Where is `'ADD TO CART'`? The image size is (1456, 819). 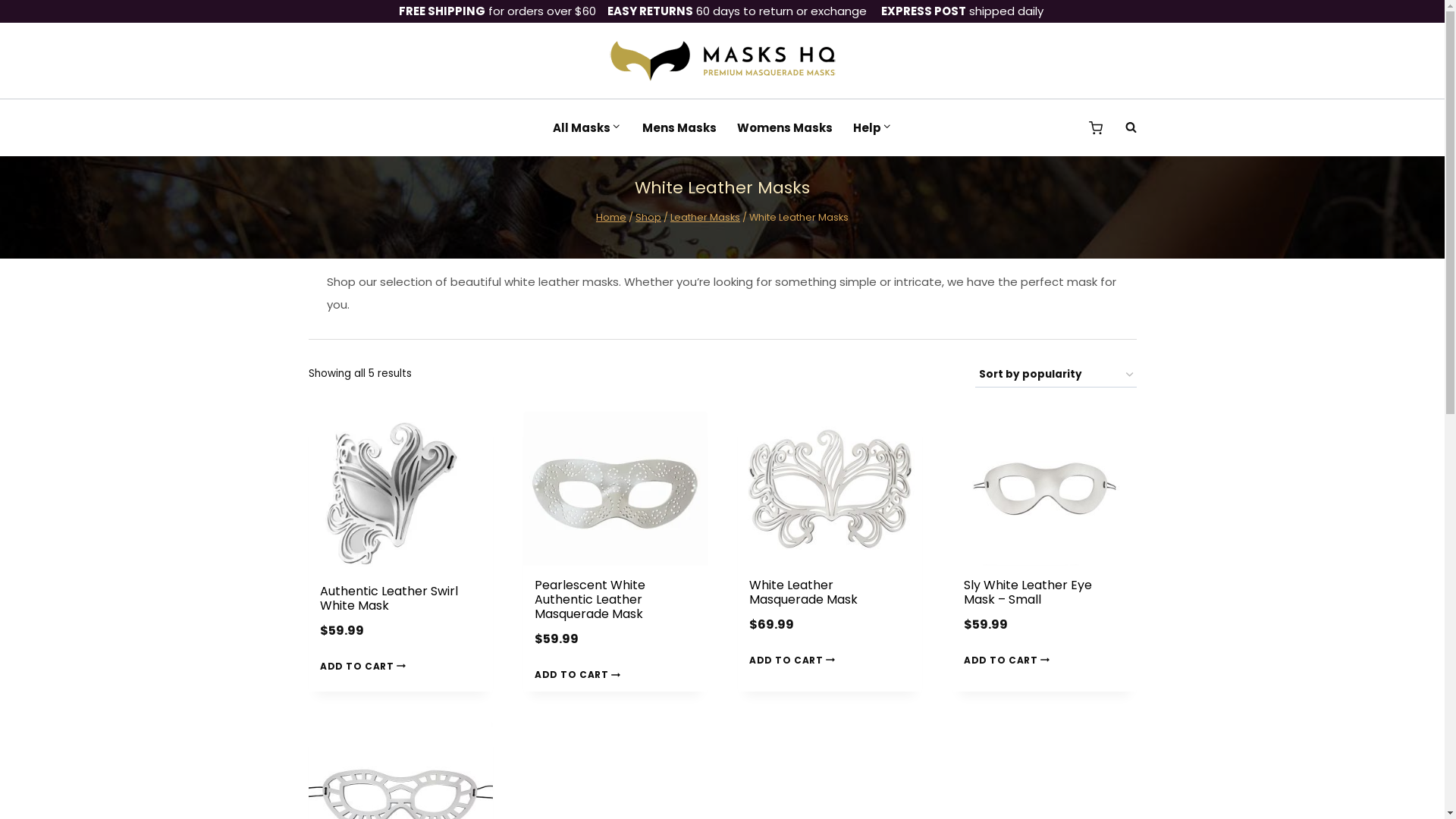 'ADD TO CART' is located at coordinates (579, 673).